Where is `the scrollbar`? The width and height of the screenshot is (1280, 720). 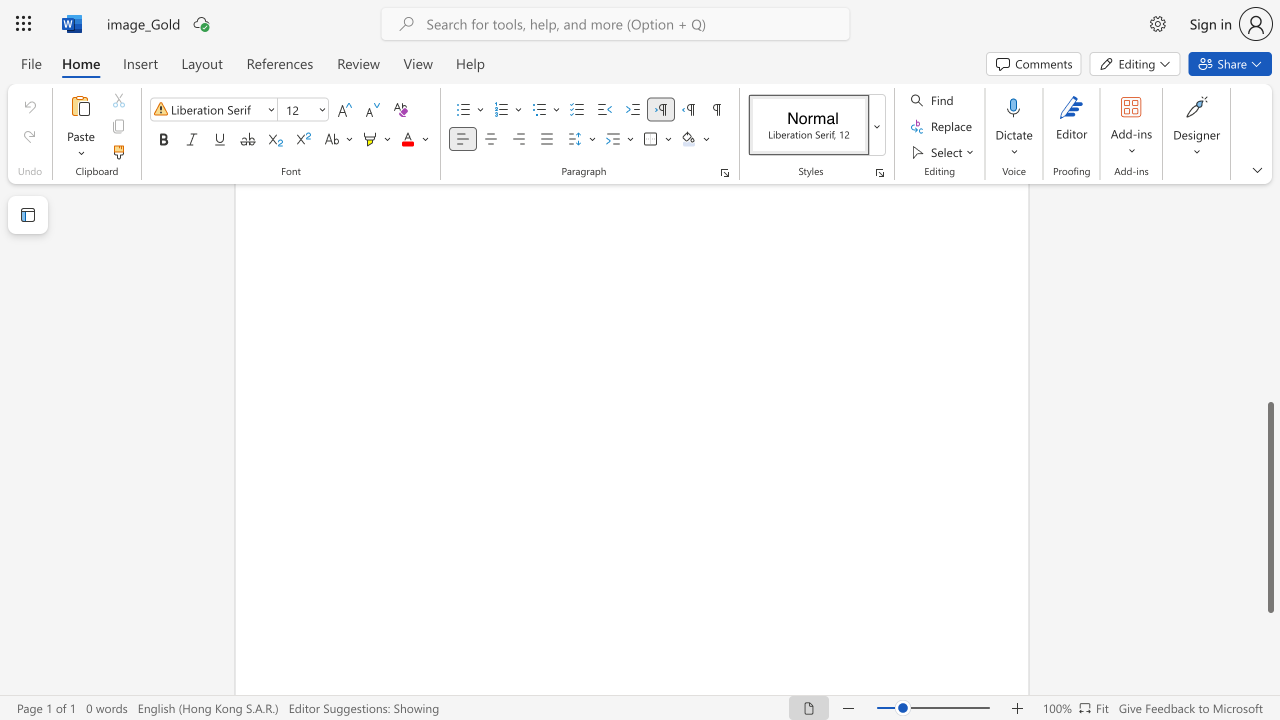
the scrollbar is located at coordinates (1269, 228).